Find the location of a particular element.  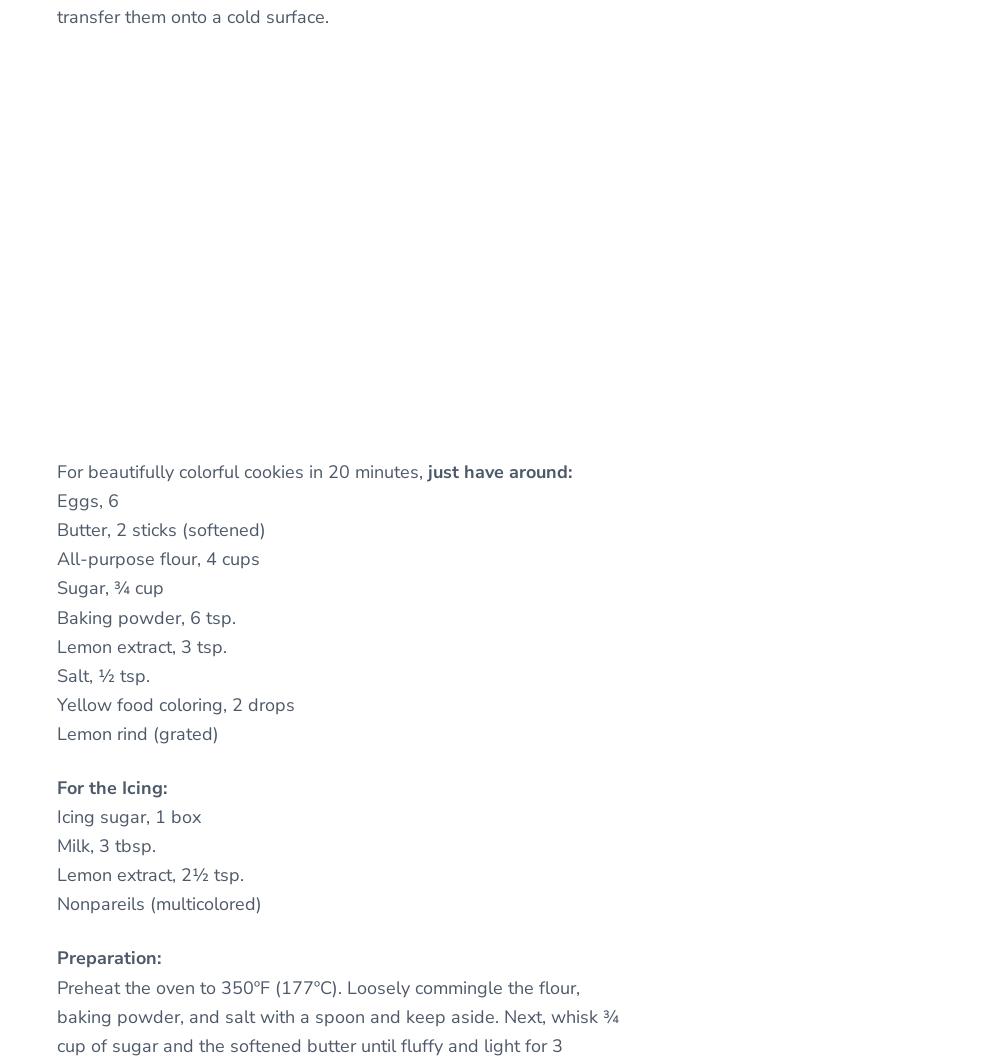

'Preparation:' is located at coordinates (108, 956).